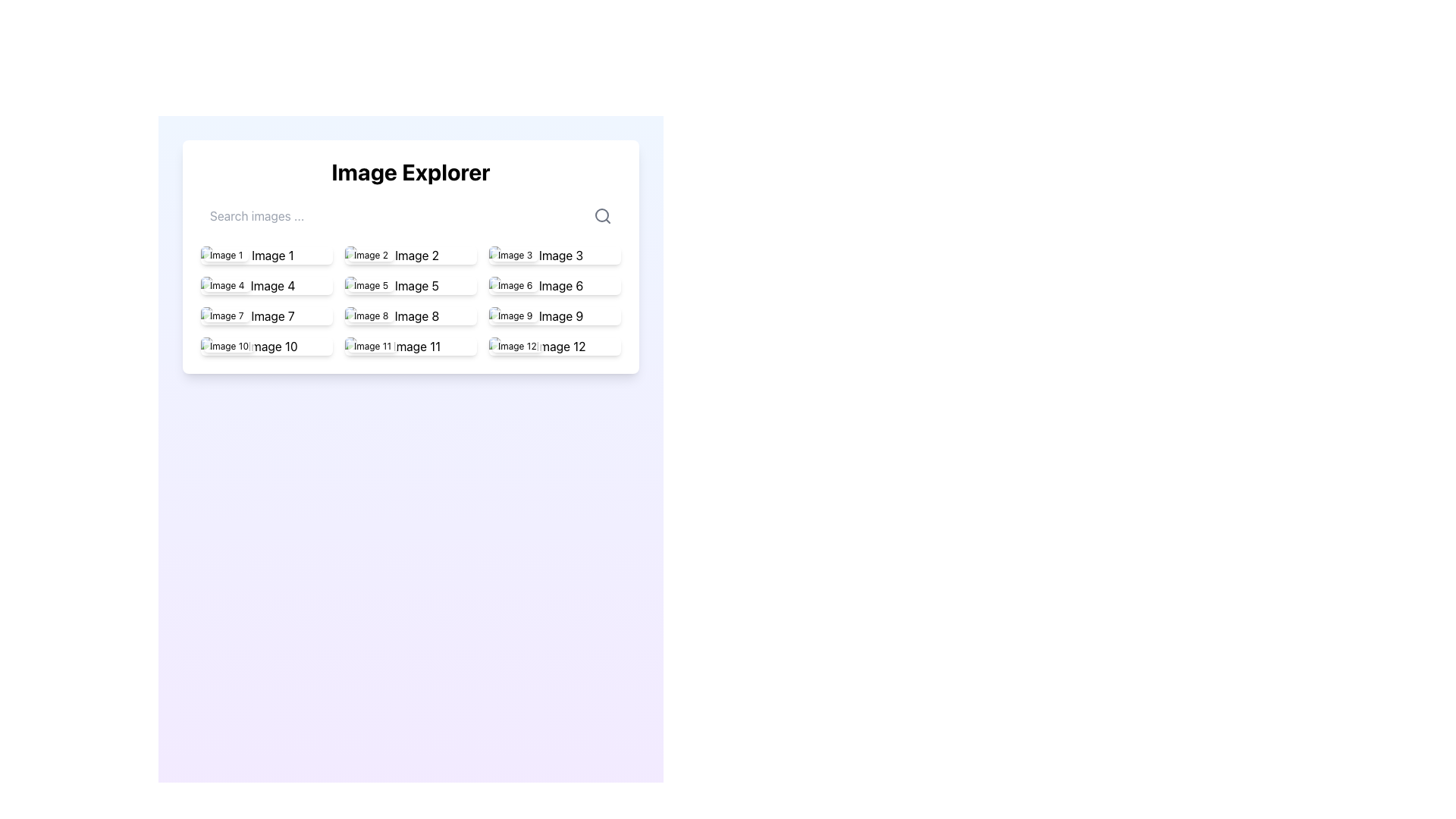  What do you see at coordinates (515, 286) in the screenshot?
I see `the text label displaying 'Image 6', which is located at the bottom left corner of the image in the second row and third column of the grid layout` at bounding box center [515, 286].